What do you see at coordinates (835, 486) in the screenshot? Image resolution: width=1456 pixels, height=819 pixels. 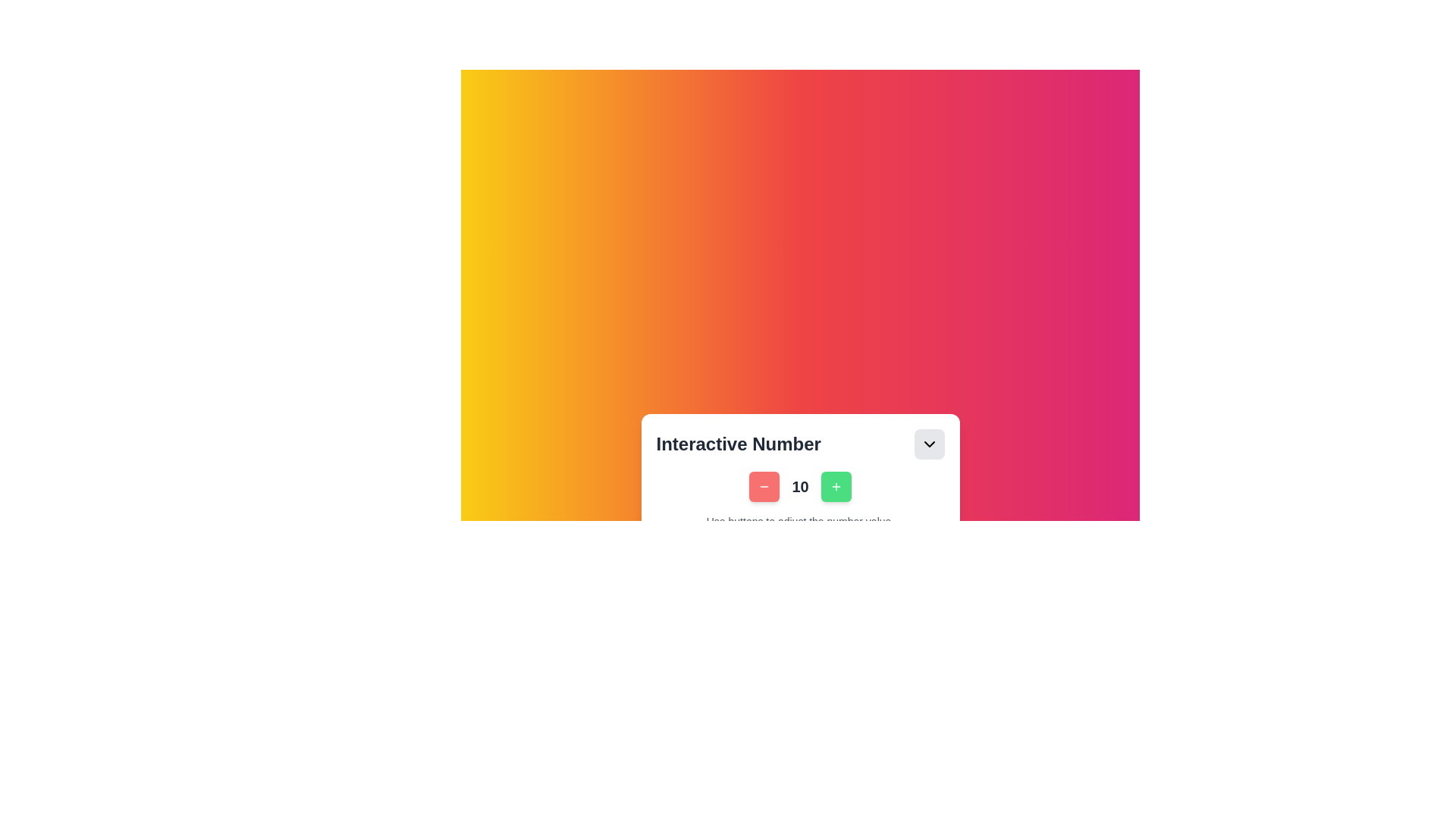 I see `the green square button with a plus '+' icon, located in the 'Interactive Number' control interface` at bounding box center [835, 486].